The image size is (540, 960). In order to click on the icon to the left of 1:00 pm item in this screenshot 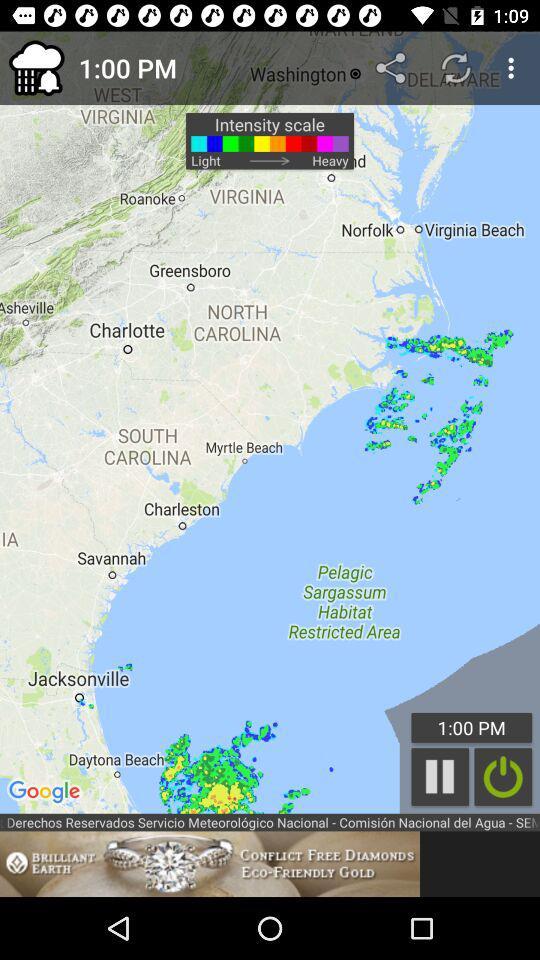, I will do `click(36, 68)`.